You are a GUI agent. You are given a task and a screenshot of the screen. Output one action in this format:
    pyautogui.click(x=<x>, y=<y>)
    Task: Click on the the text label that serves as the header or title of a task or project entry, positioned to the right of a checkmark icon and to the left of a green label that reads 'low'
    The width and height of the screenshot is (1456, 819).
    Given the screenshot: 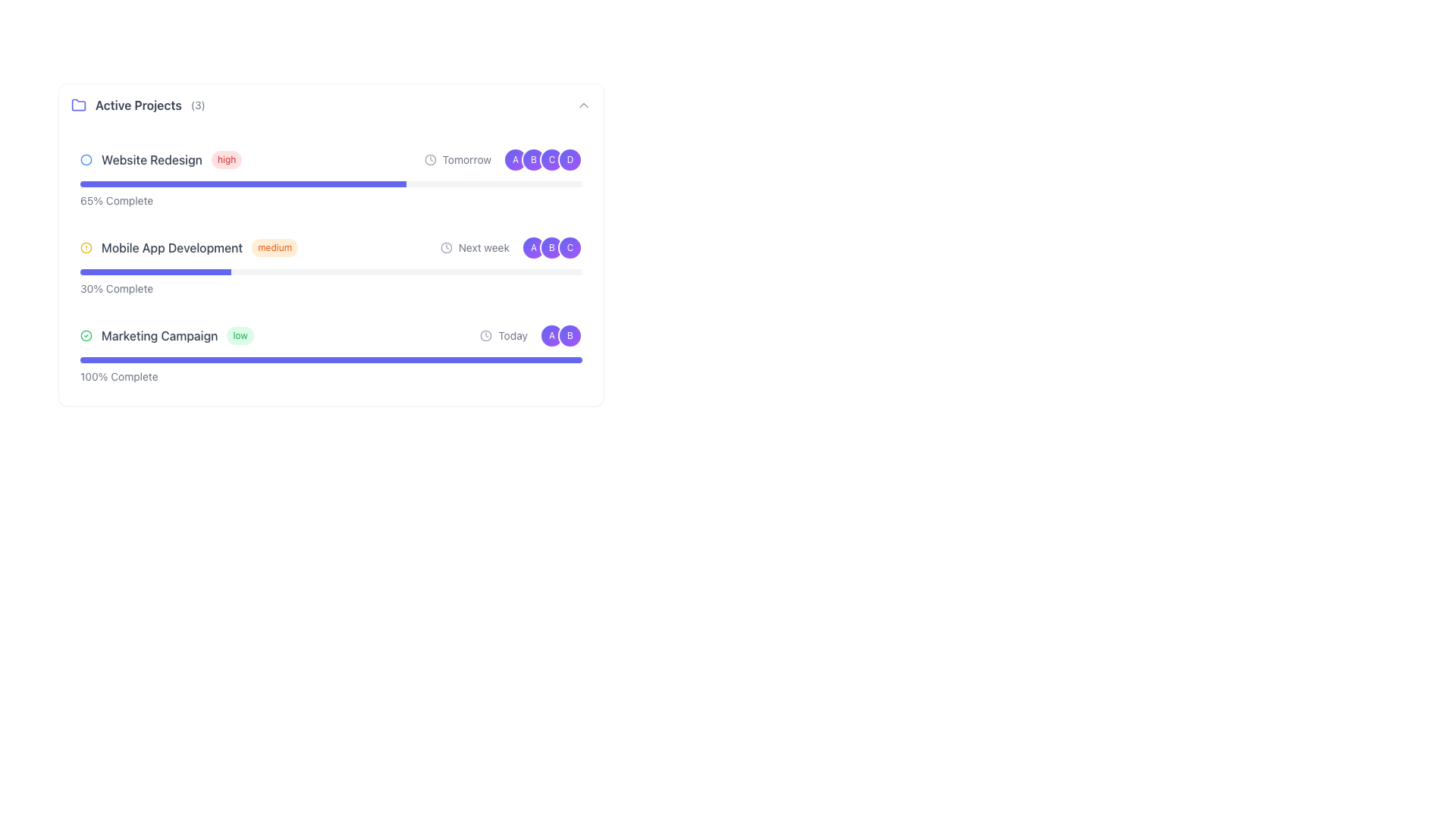 What is the action you would take?
    pyautogui.click(x=159, y=335)
    